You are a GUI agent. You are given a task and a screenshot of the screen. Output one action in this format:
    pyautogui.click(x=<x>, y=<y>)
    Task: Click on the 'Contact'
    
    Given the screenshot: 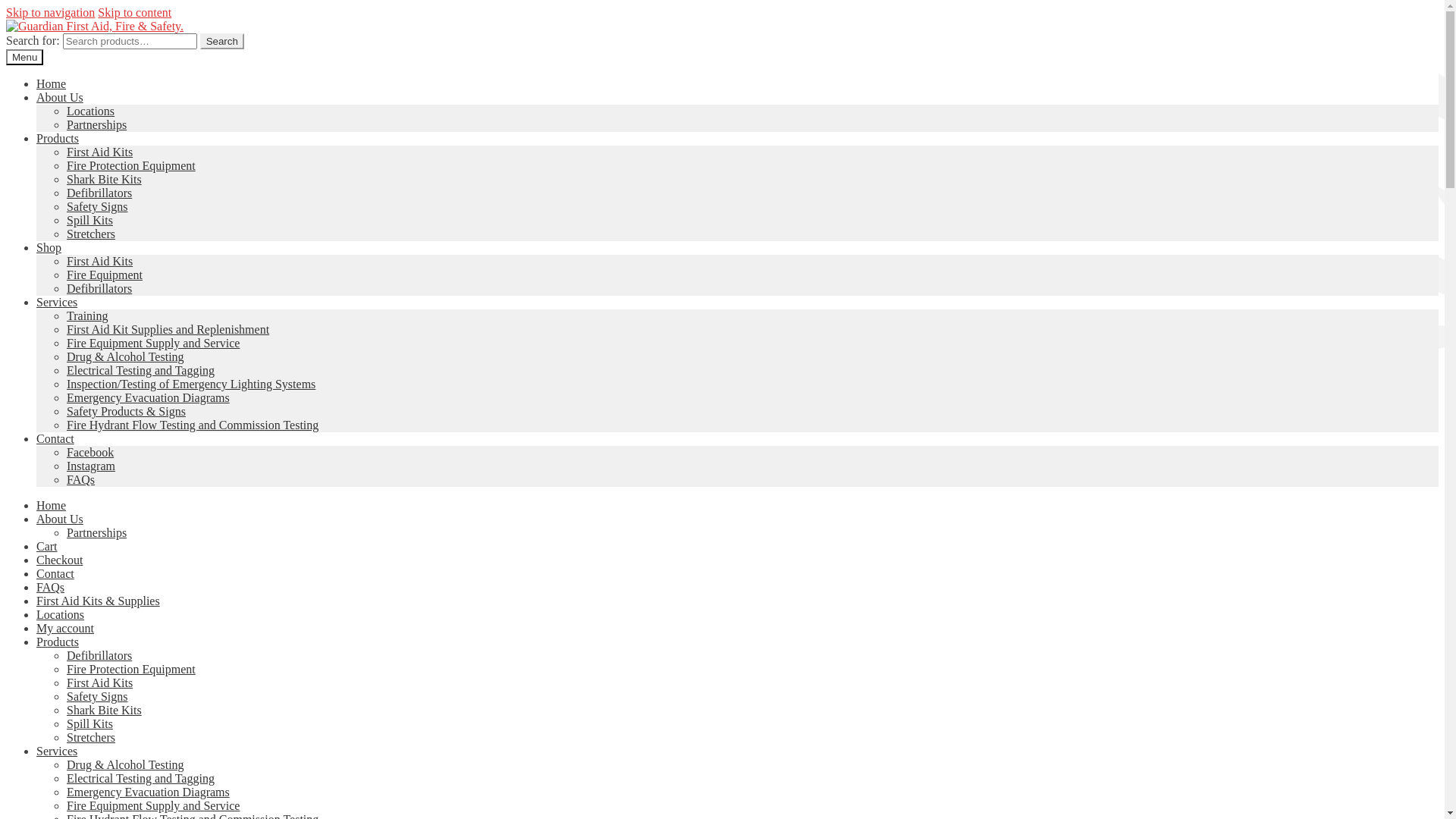 What is the action you would take?
    pyautogui.click(x=55, y=573)
    